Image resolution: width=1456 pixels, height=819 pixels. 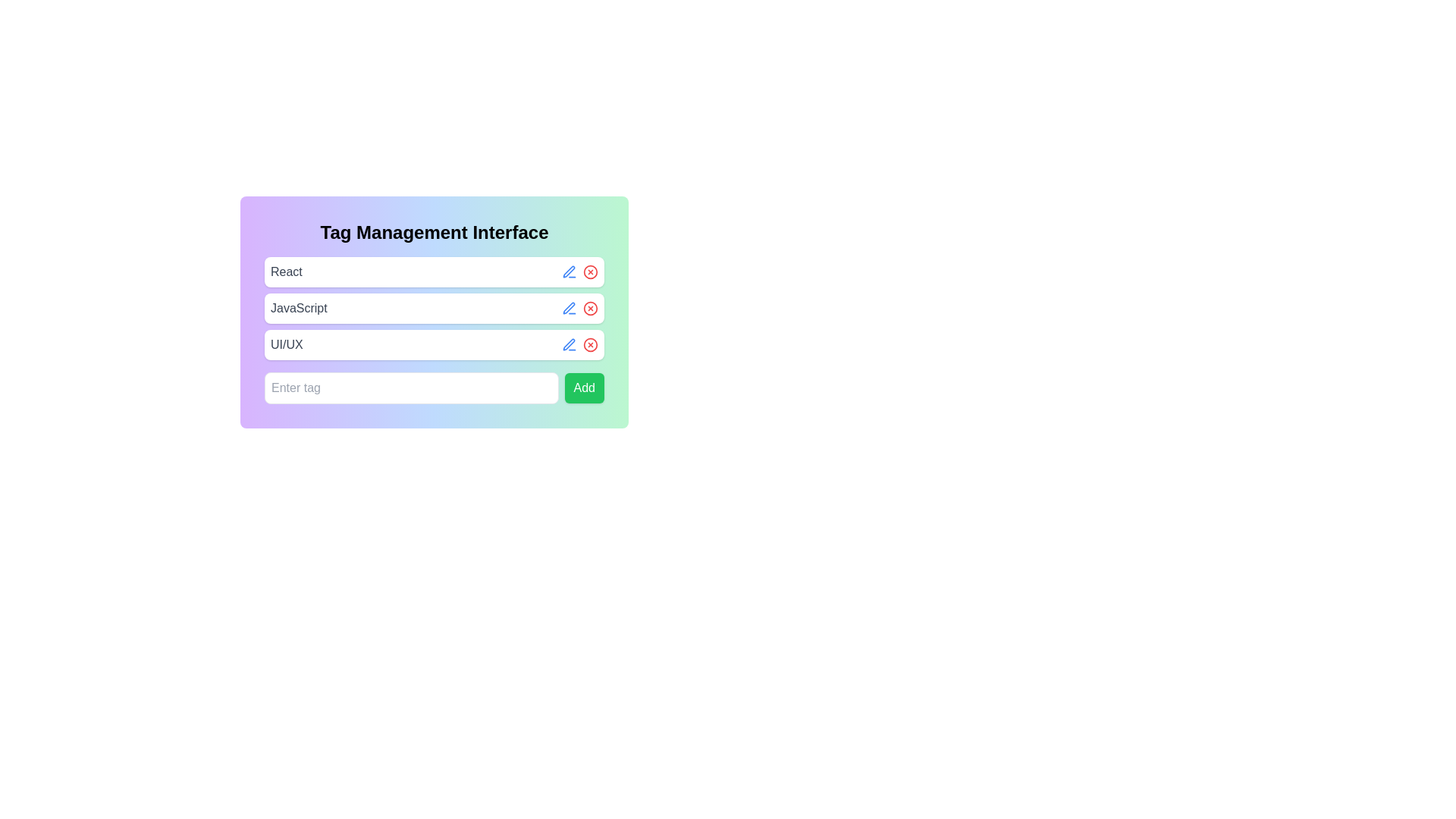 I want to click on the edit icon button located next to the text field labeled 'UI/UX', so click(x=568, y=345).